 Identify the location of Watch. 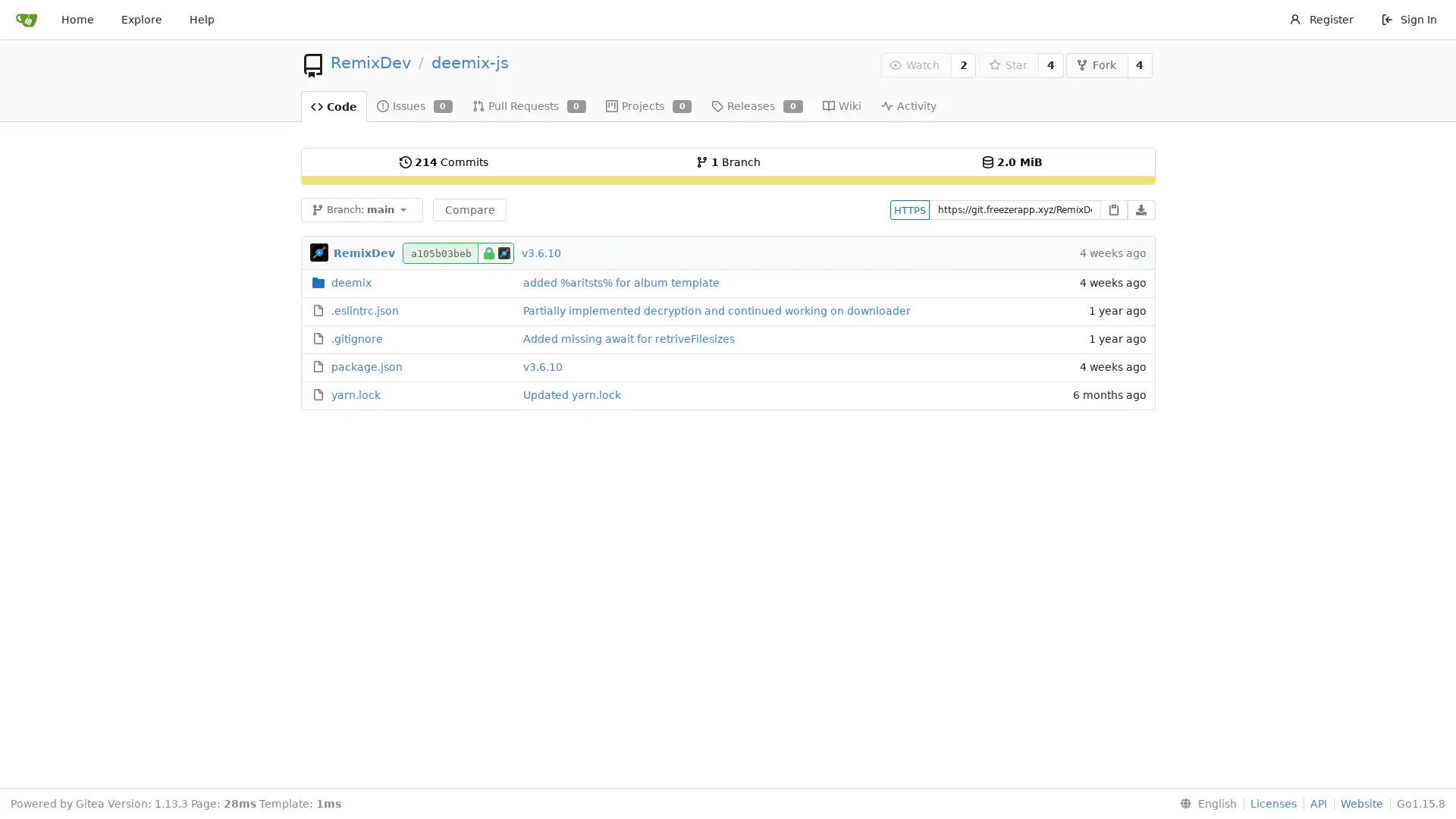
(915, 64).